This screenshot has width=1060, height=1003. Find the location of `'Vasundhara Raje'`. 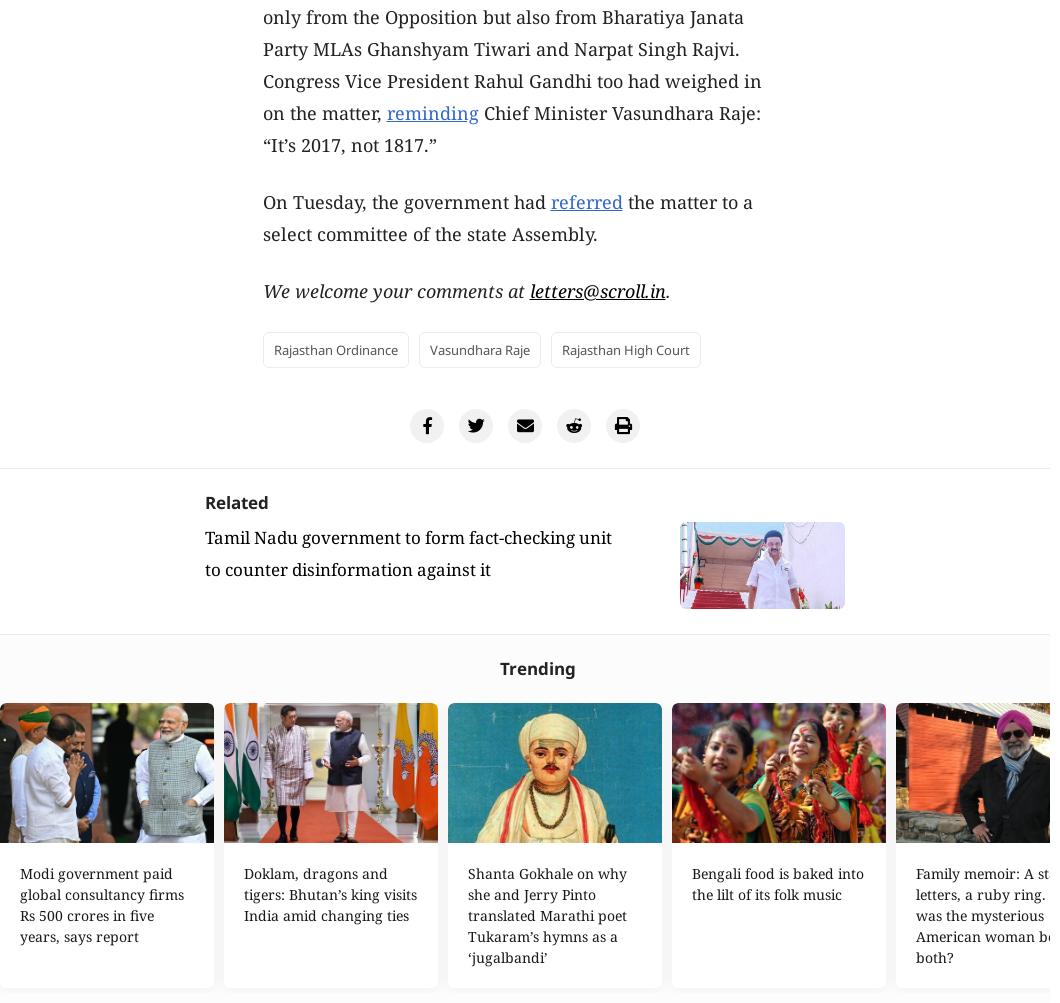

'Vasundhara Raje' is located at coordinates (478, 348).